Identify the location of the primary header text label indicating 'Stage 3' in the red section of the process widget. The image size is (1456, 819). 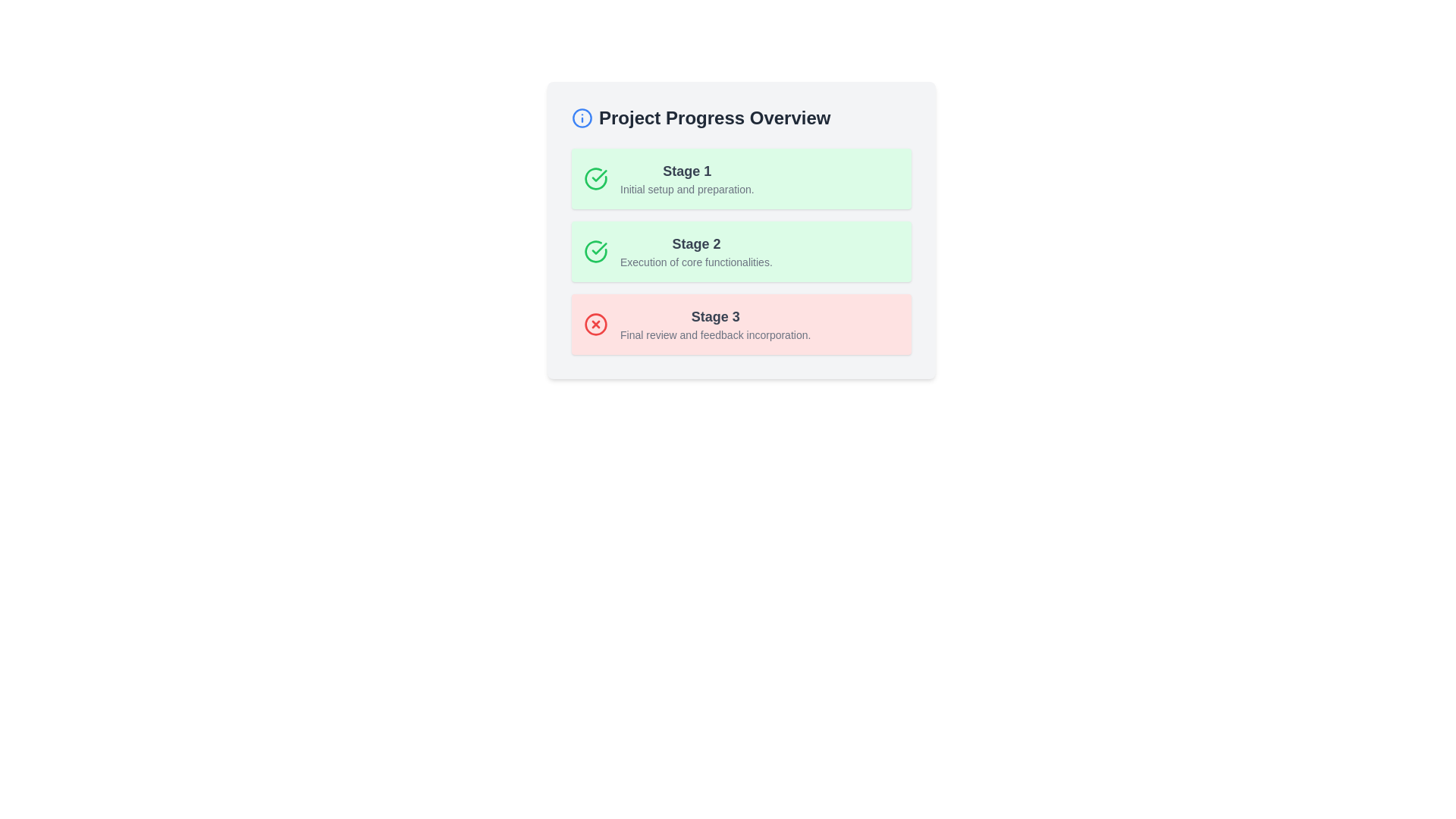
(714, 315).